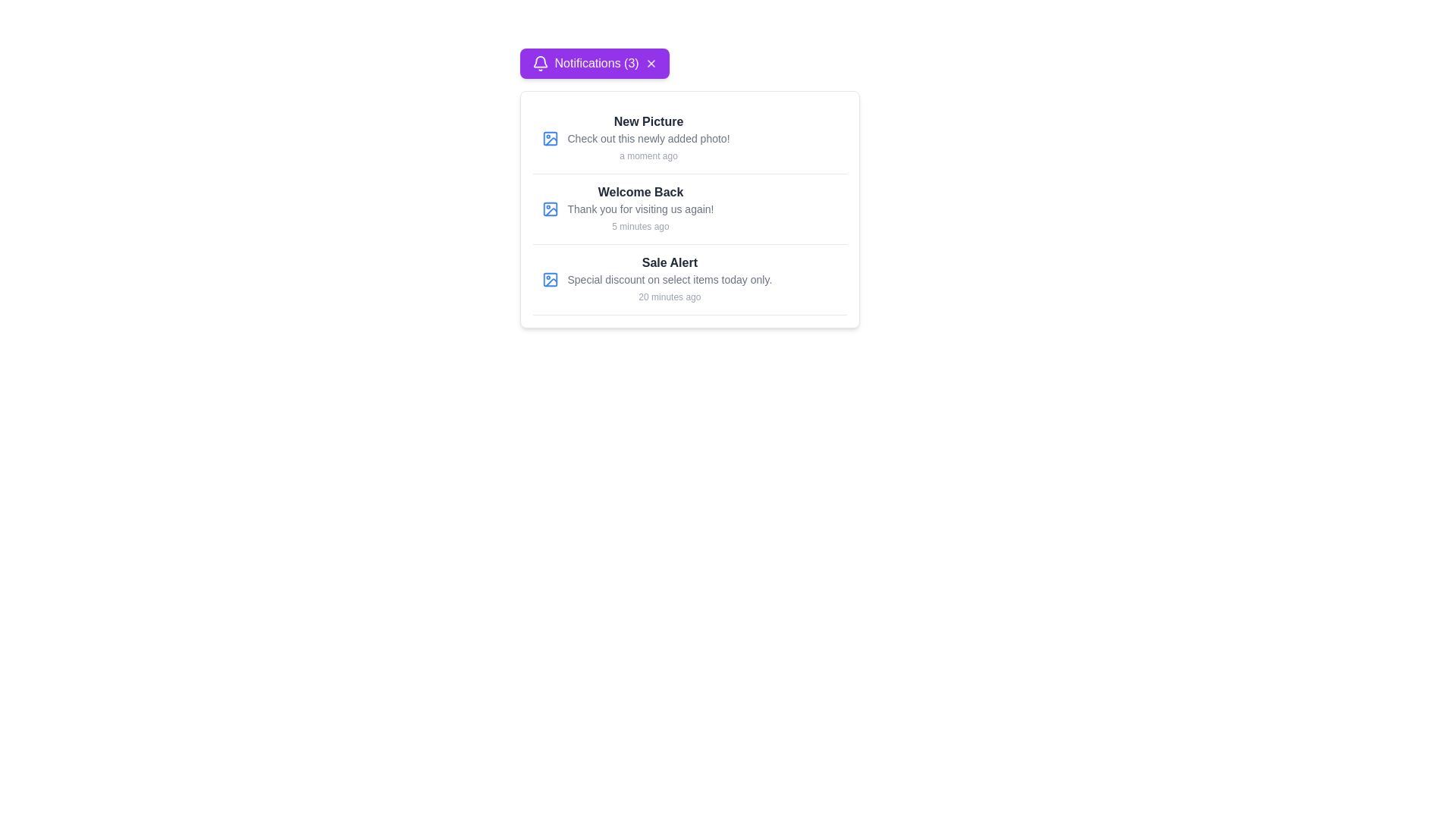 The image size is (1456, 819). I want to click on the text element displaying 'Thank you for visiting us again!', which is styled in a smaller, gray font and positioned below the 'Welcome Back' heading, so click(640, 209).